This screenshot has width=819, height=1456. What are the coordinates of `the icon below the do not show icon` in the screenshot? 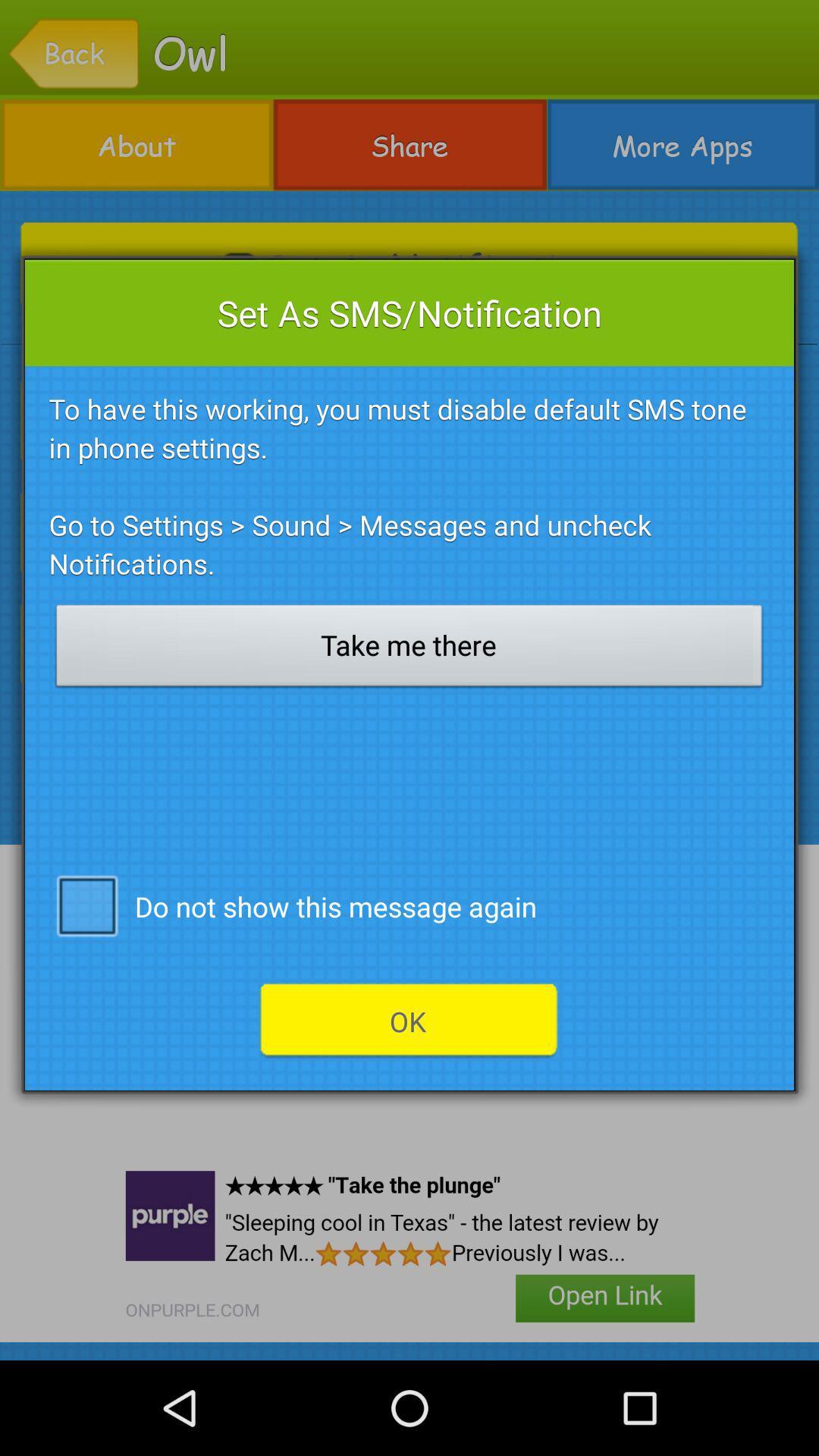 It's located at (408, 1021).